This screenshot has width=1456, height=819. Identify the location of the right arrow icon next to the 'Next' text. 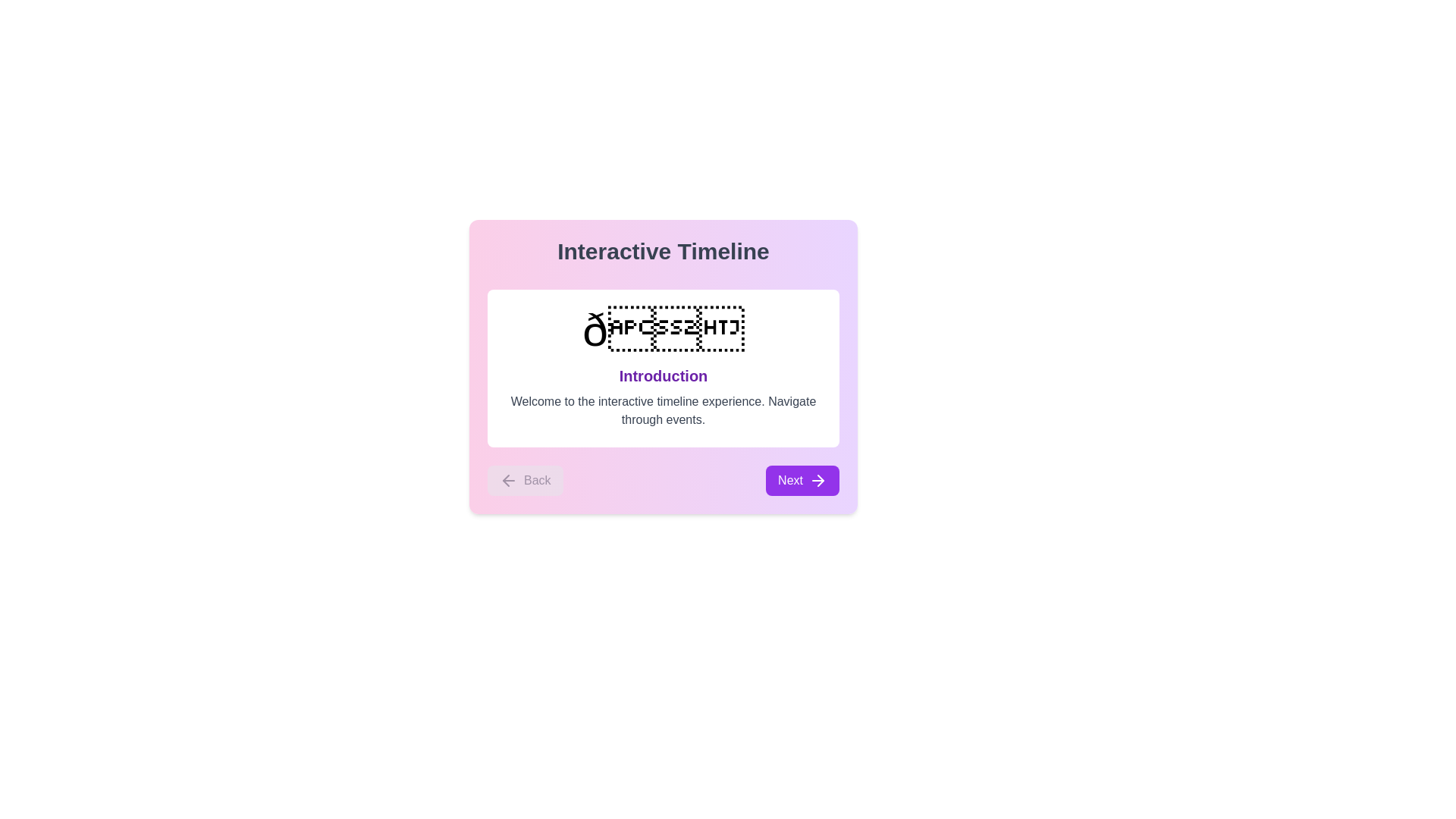
(817, 480).